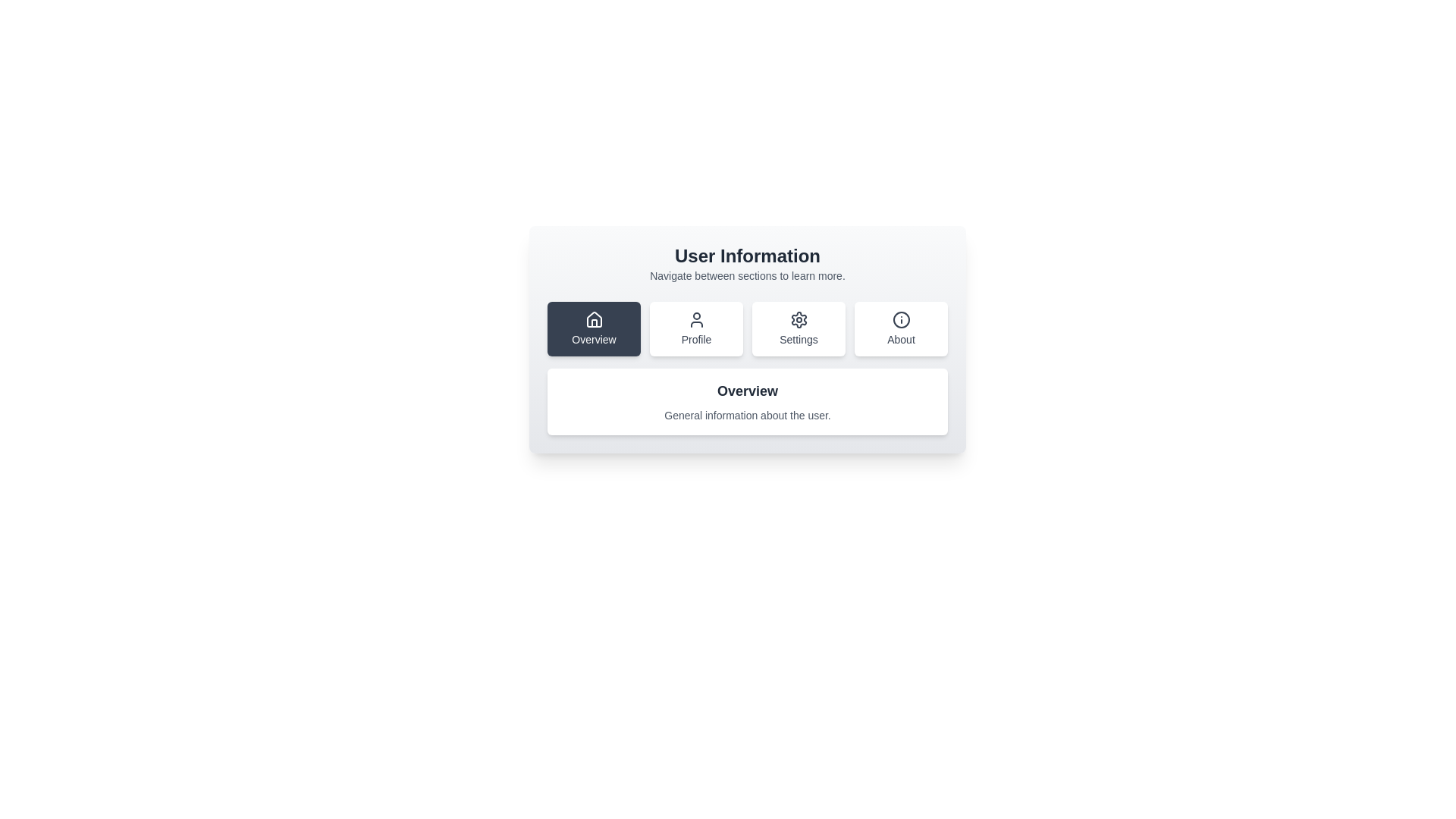  What do you see at coordinates (747, 256) in the screenshot?
I see `the 'User Information' text header, which is a bold, larger-sized, dark gray text element centered at the top of a card-like UI component` at bounding box center [747, 256].